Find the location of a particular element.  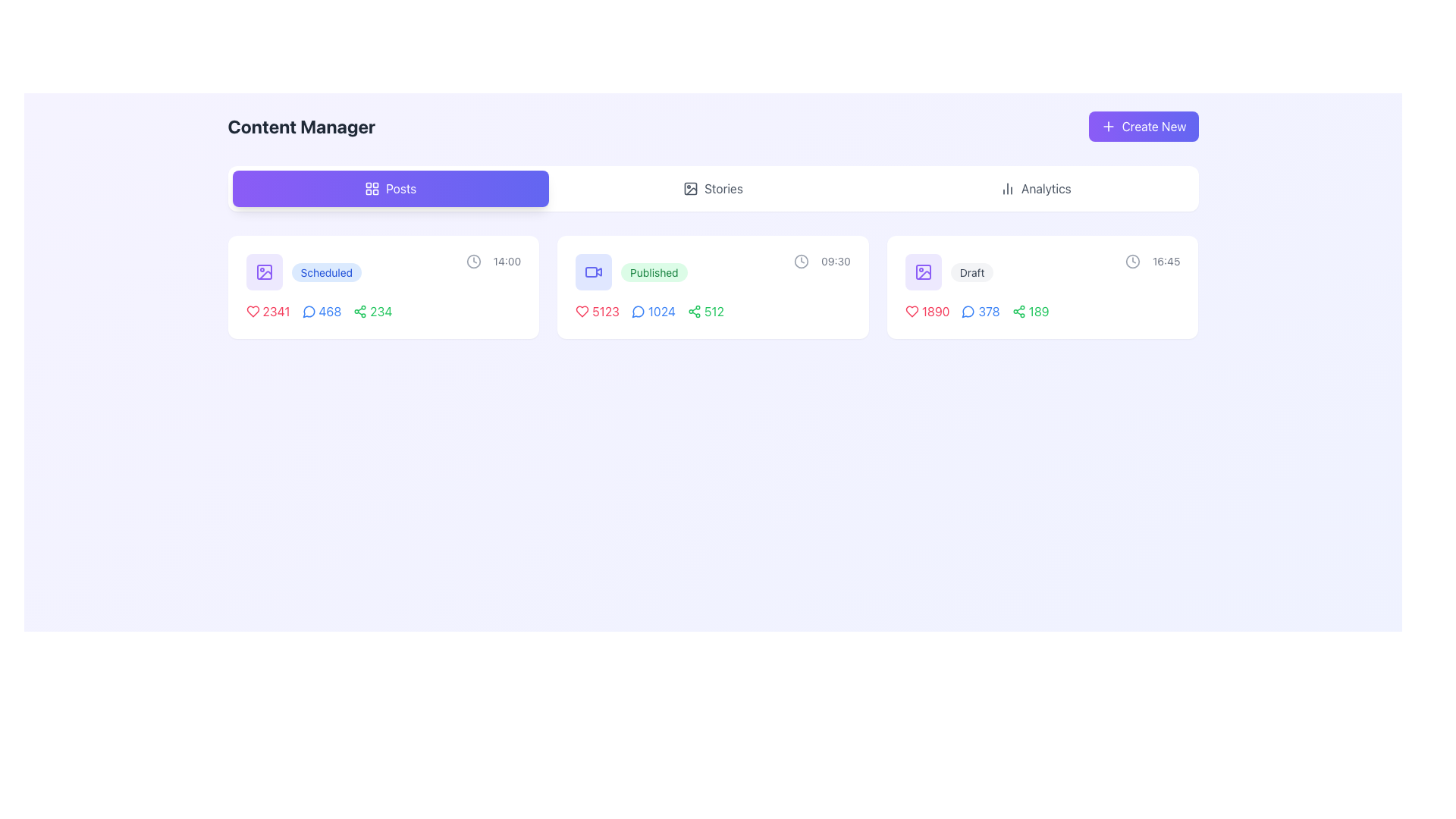

the 'Published' status label located centrally in the second content card, which is positioned above the metrics of likes, comments, and shares is located at coordinates (654, 271).